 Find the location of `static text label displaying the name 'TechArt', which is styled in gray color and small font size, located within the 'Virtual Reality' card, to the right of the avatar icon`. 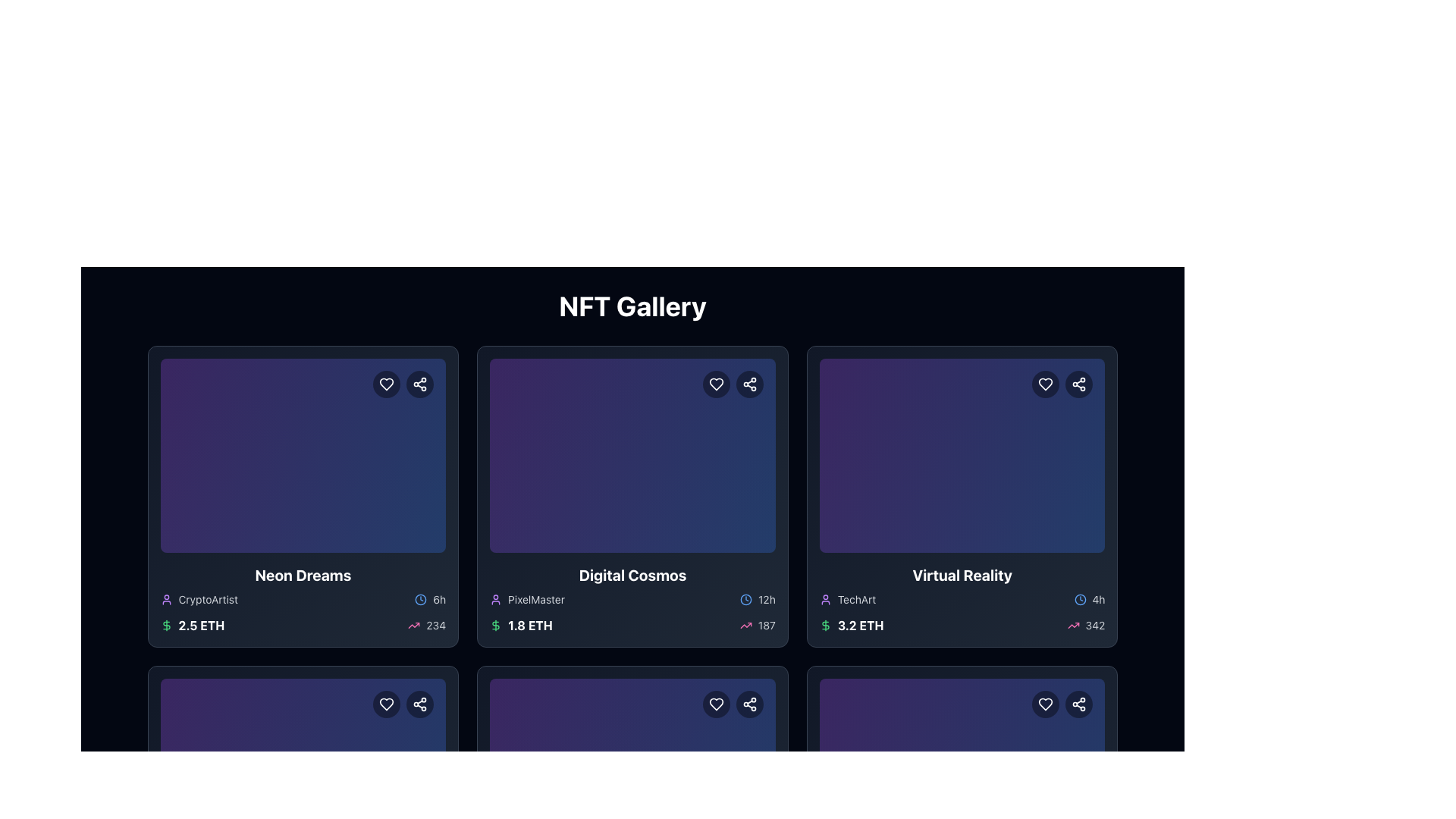

static text label displaying the name 'TechArt', which is styled in gray color and small font size, located within the 'Virtual Reality' card, to the right of the avatar icon is located at coordinates (857, 598).